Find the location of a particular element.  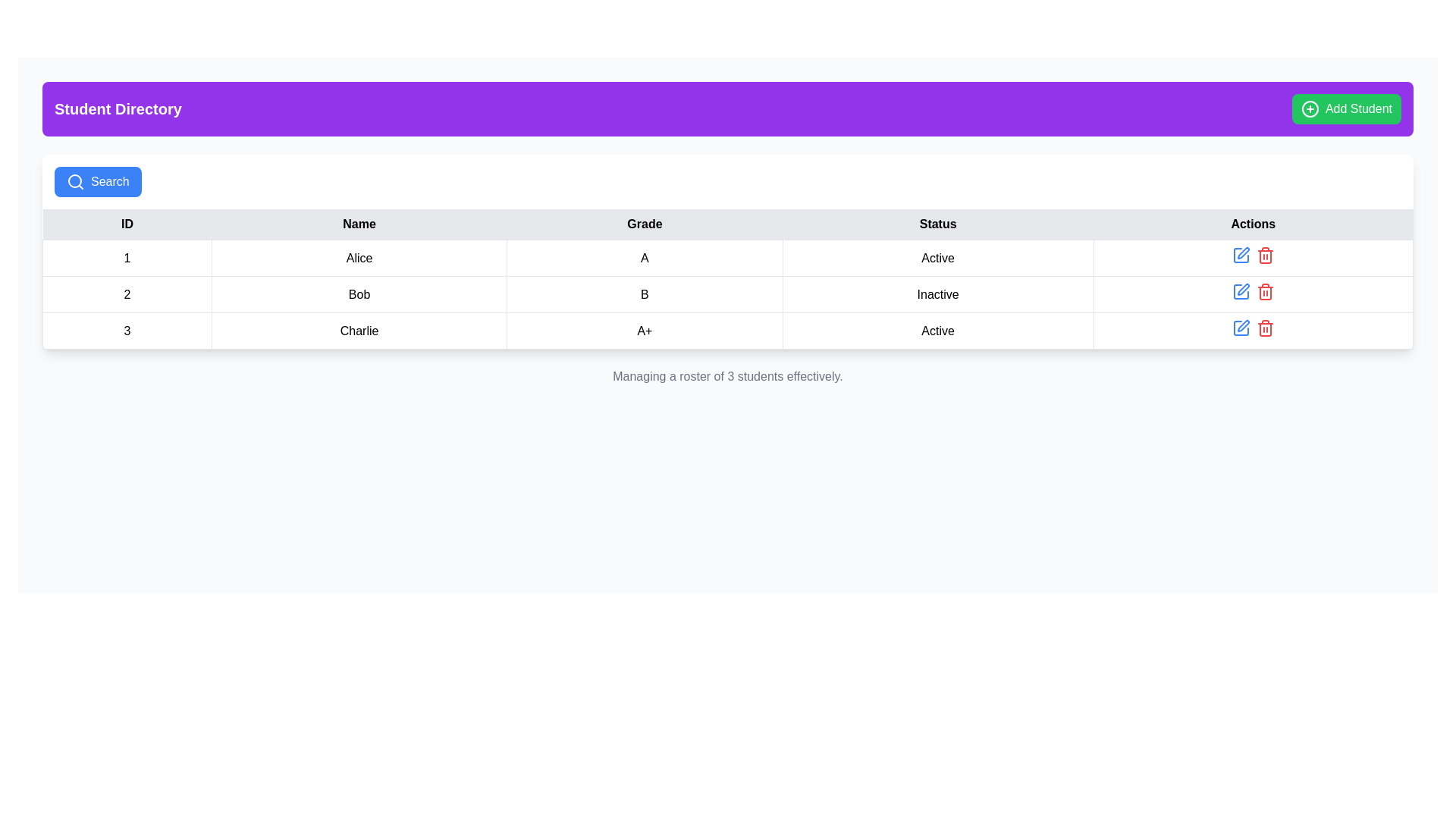

the edit button located in the 'Actions' column of the second row in the table to initiate editing is located at coordinates (1241, 292).